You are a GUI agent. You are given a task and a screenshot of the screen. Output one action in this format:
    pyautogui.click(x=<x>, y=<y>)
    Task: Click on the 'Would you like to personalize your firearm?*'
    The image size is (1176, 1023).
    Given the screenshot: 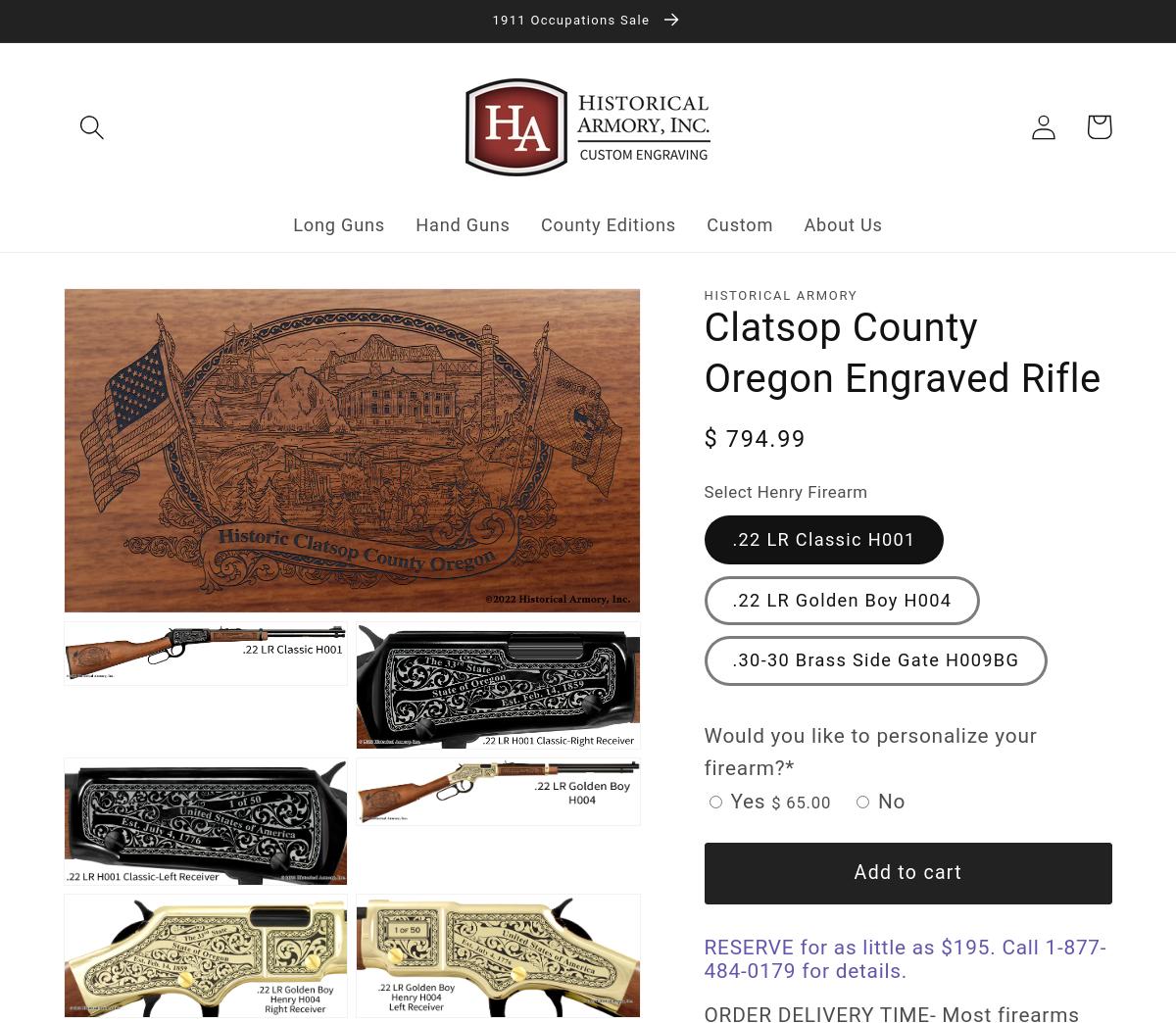 What is the action you would take?
    pyautogui.click(x=869, y=752)
    